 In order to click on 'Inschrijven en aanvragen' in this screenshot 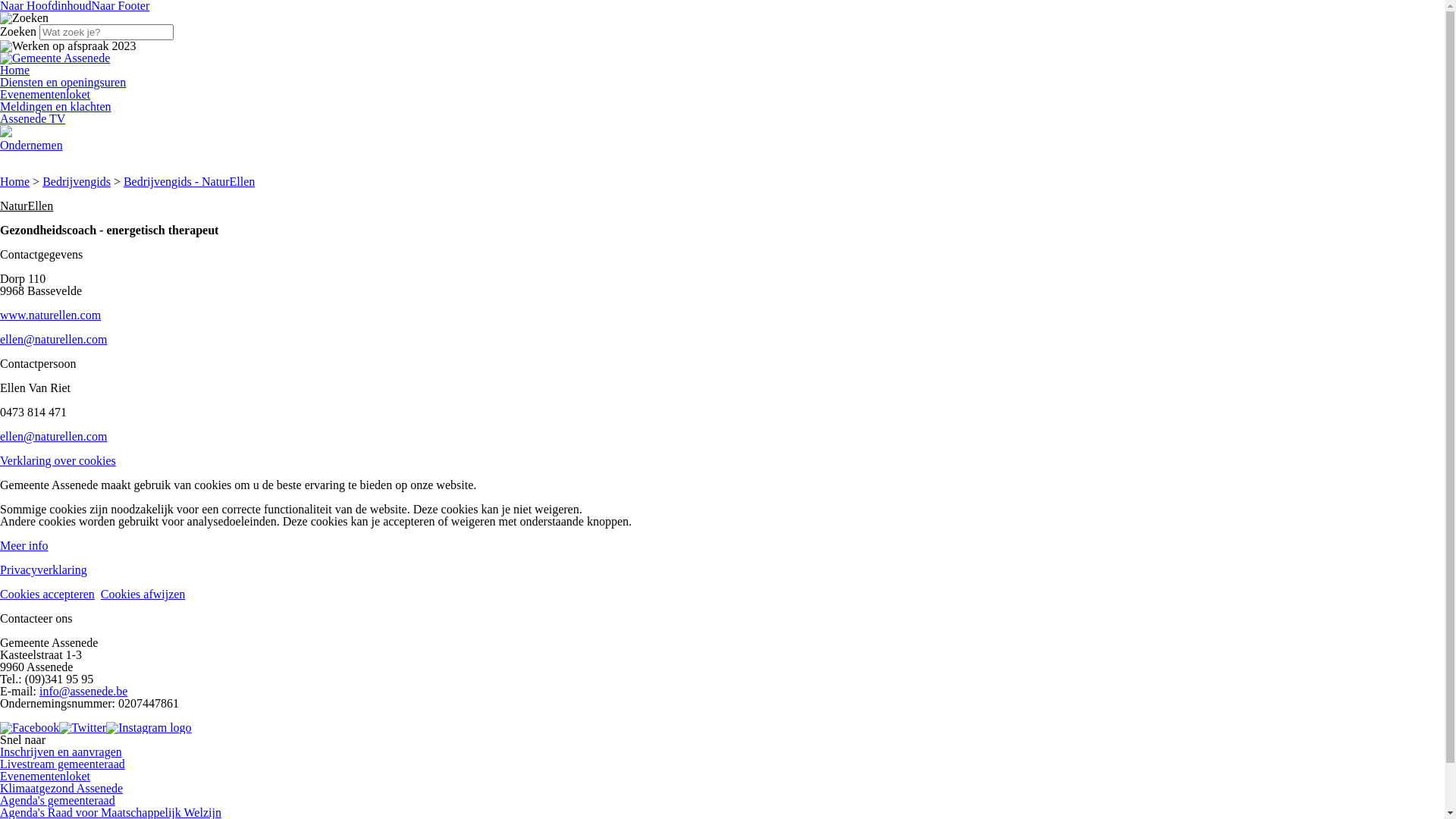, I will do `click(0, 752)`.